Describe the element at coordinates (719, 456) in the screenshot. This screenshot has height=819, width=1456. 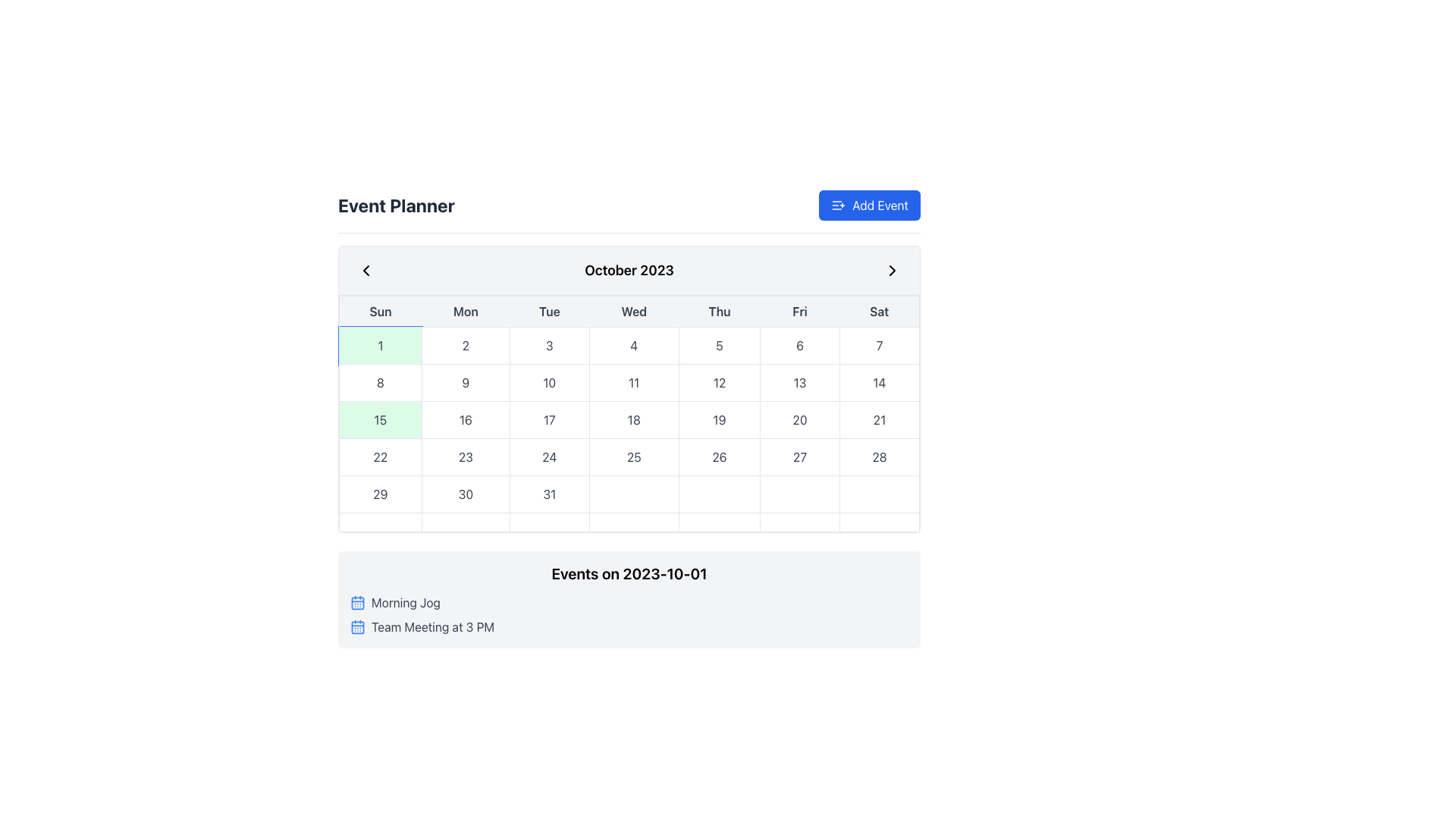
I see `the calendar day cell displaying '26'` at that location.